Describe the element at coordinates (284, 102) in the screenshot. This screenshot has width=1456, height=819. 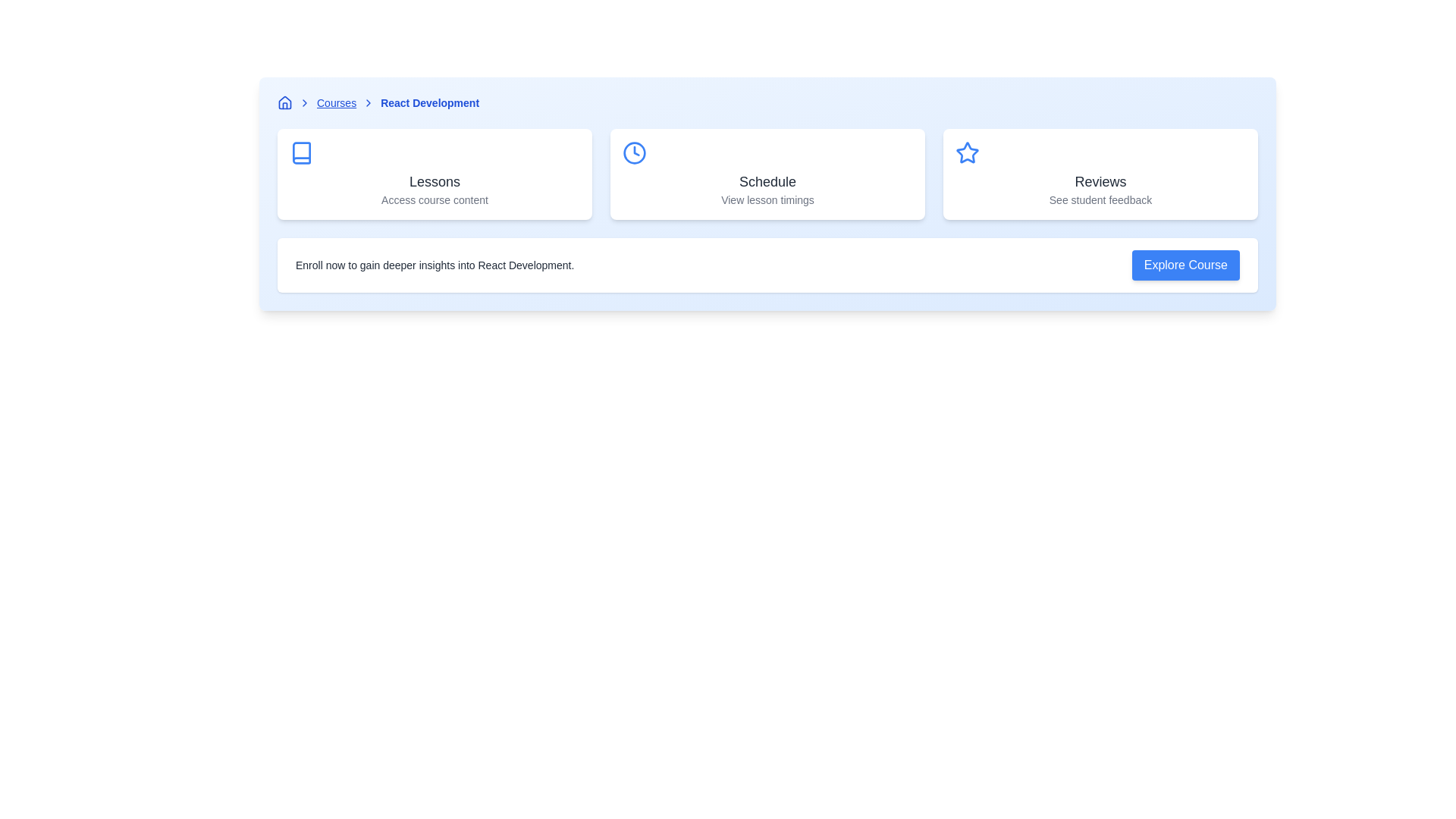
I see `the blue house icon located at the start of the breadcrumb navigation bar` at that location.